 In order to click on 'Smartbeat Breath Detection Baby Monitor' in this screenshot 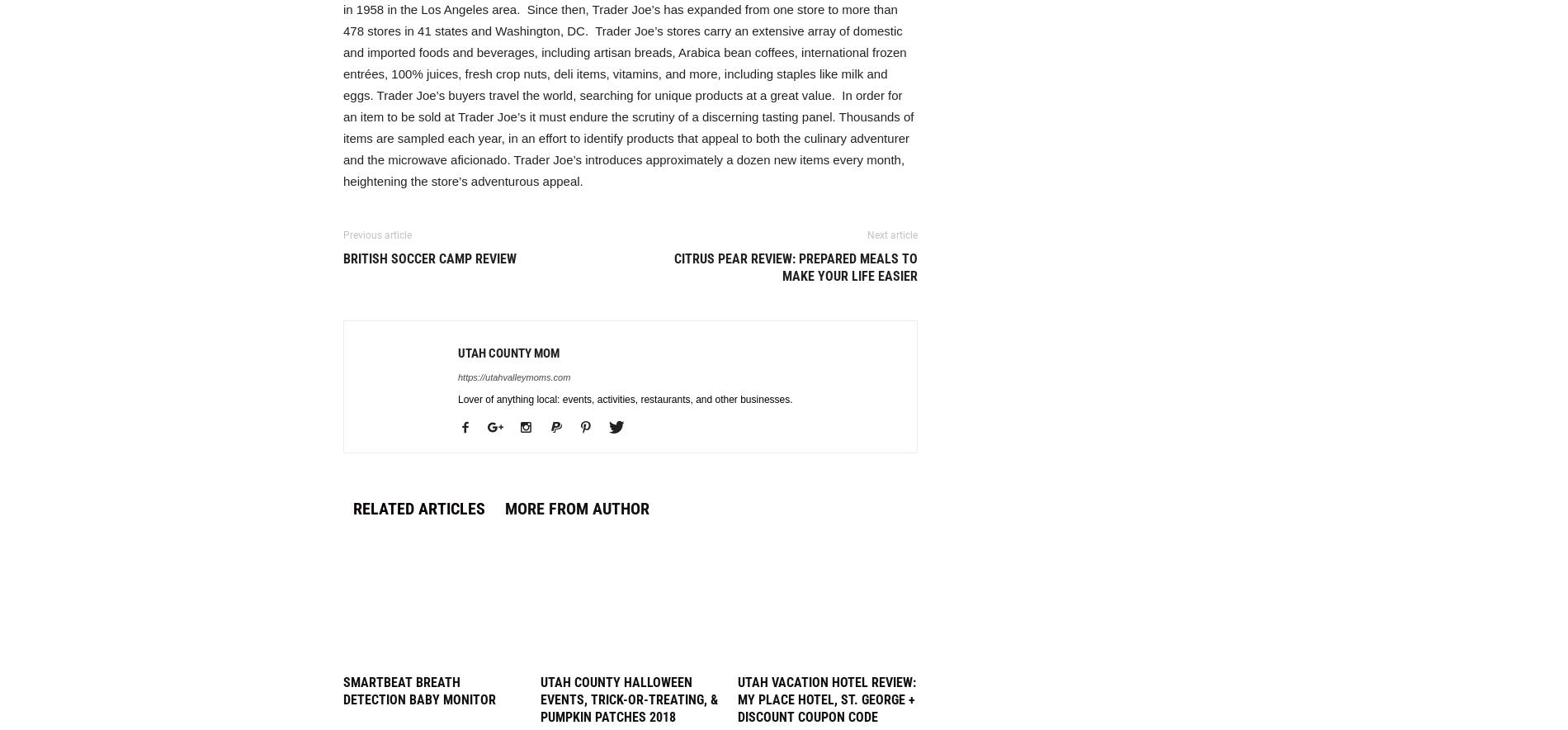, I will do `click(419, 690)`.